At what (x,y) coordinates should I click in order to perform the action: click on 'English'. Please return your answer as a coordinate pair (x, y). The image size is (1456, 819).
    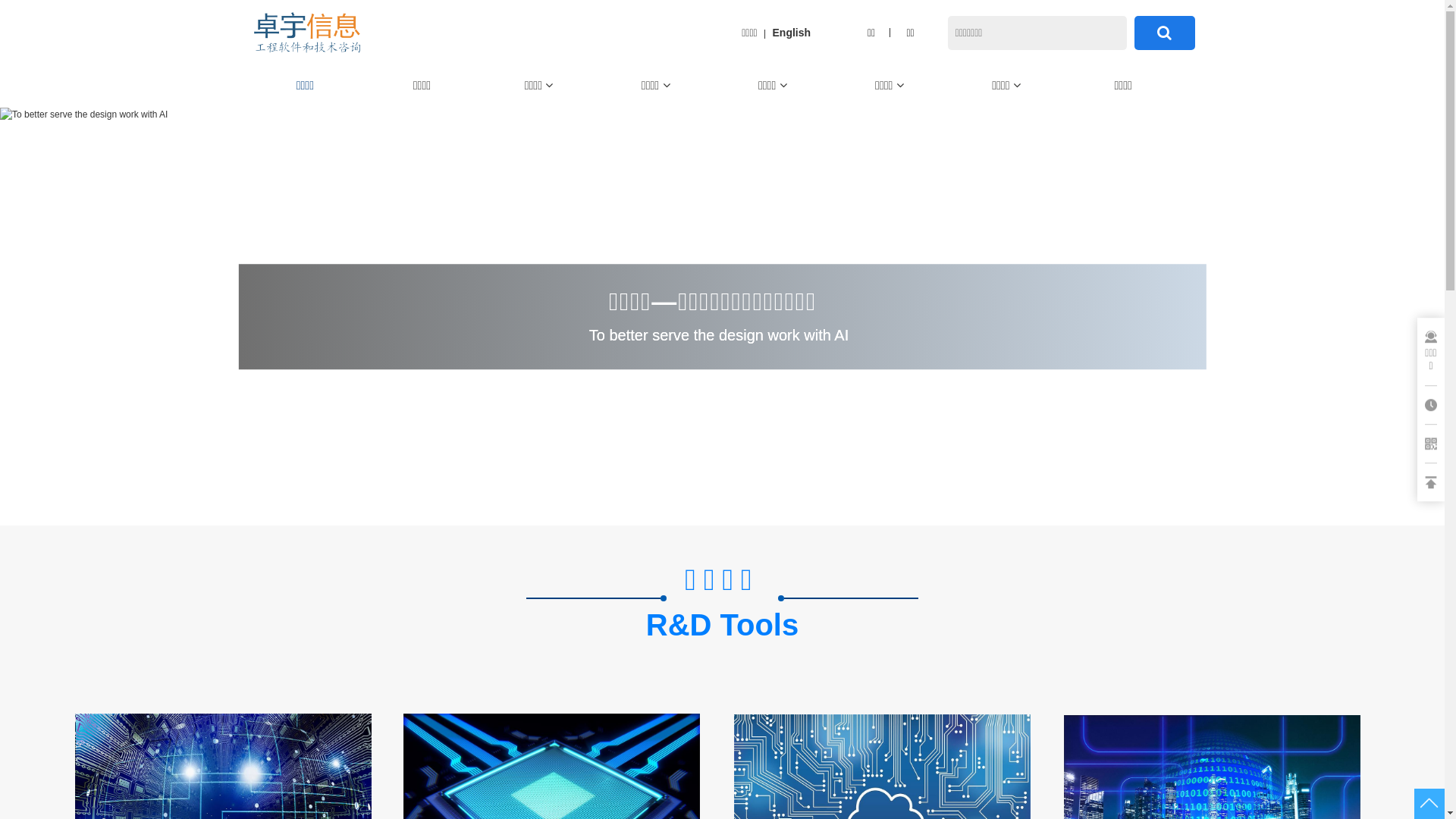
    Looking at the image, I should click on (791, 32).